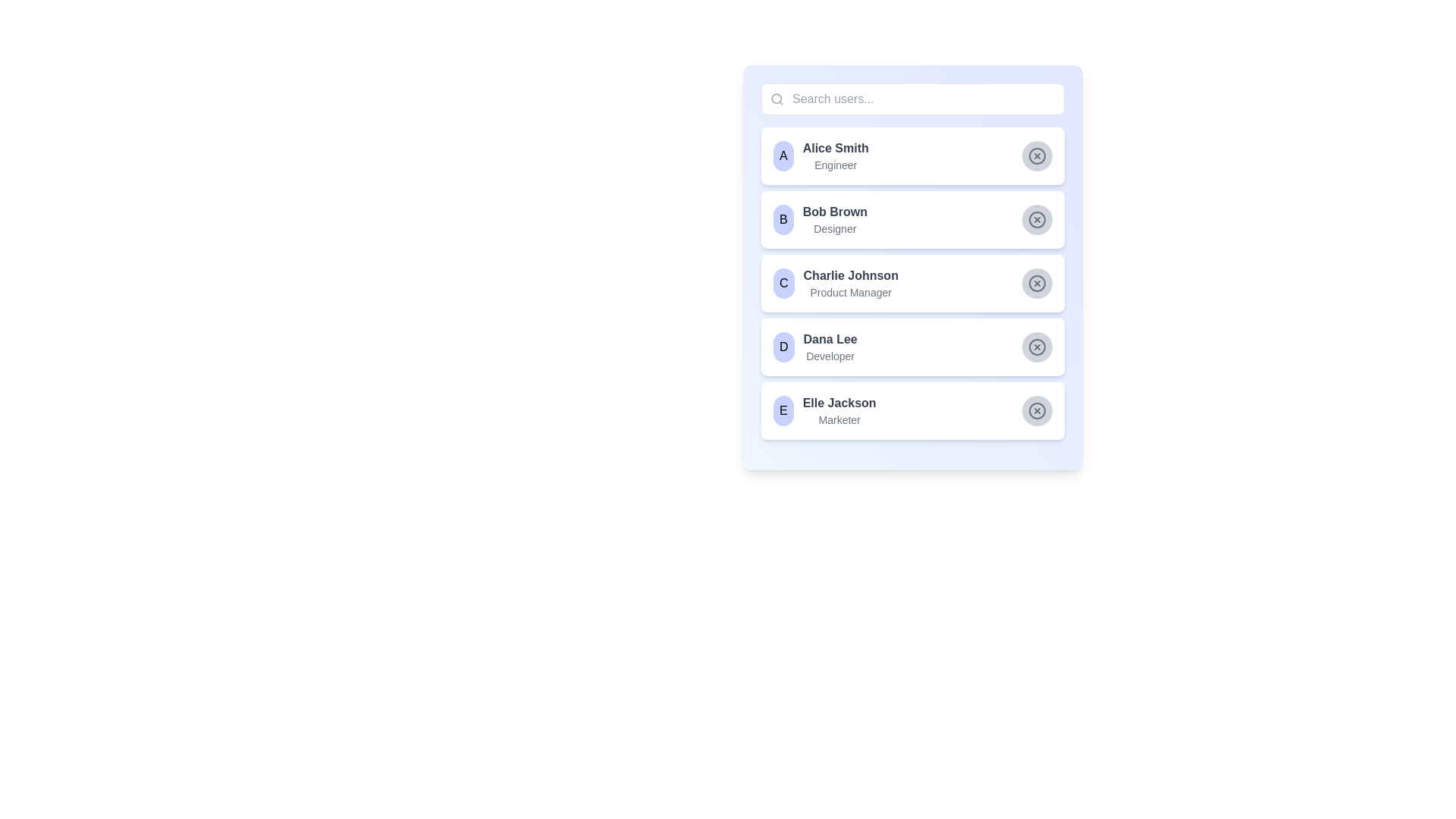  Describe the element at coordinates (783, 347) in the screenshot. I see `the circular Avatar/Badge representing Dana Lee, which is positioned between the identifier badge and the text` at that location.